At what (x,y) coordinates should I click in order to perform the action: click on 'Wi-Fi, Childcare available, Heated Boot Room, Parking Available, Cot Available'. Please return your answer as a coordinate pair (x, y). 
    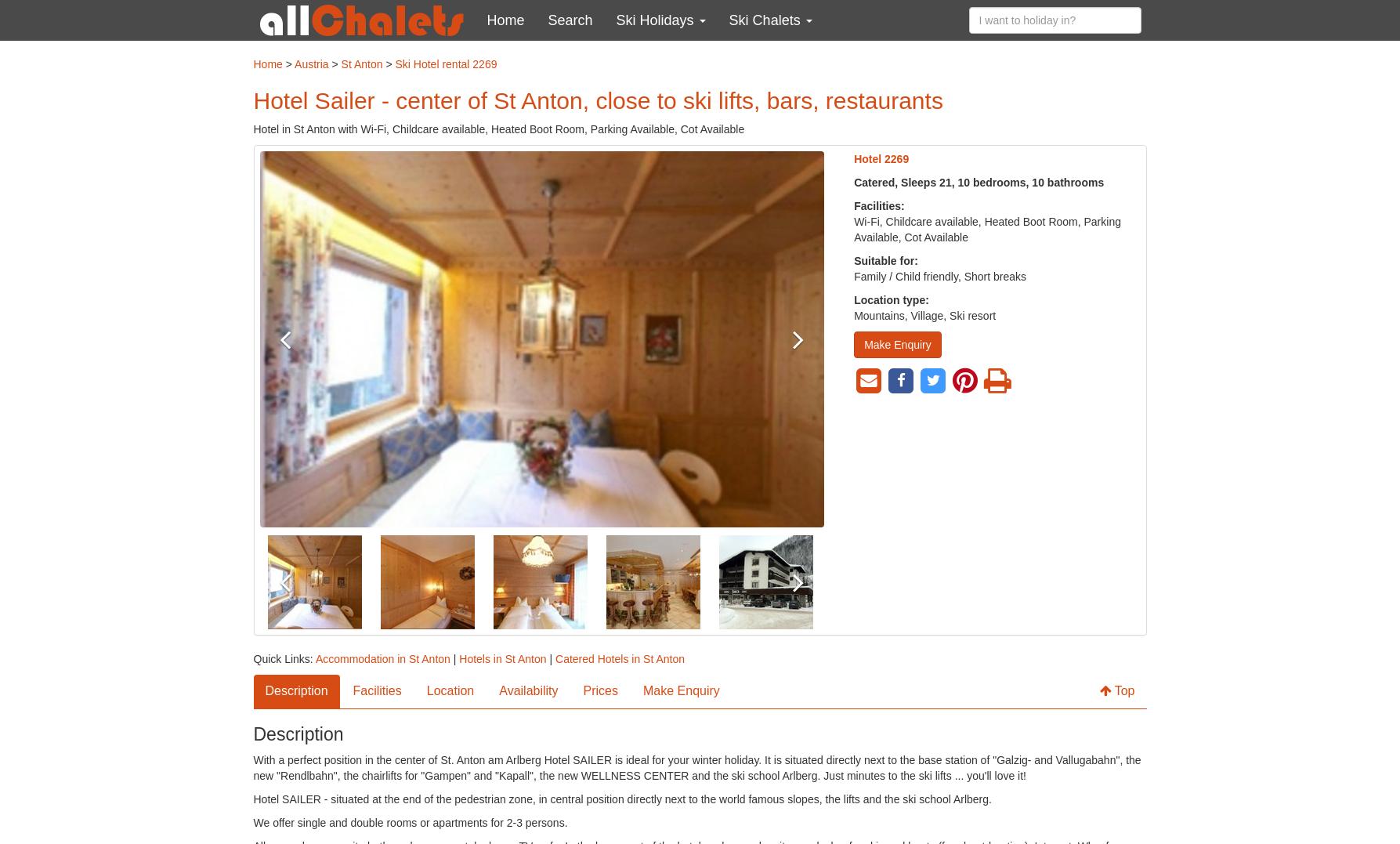
    Looking at the image, I should click on (986, 230).